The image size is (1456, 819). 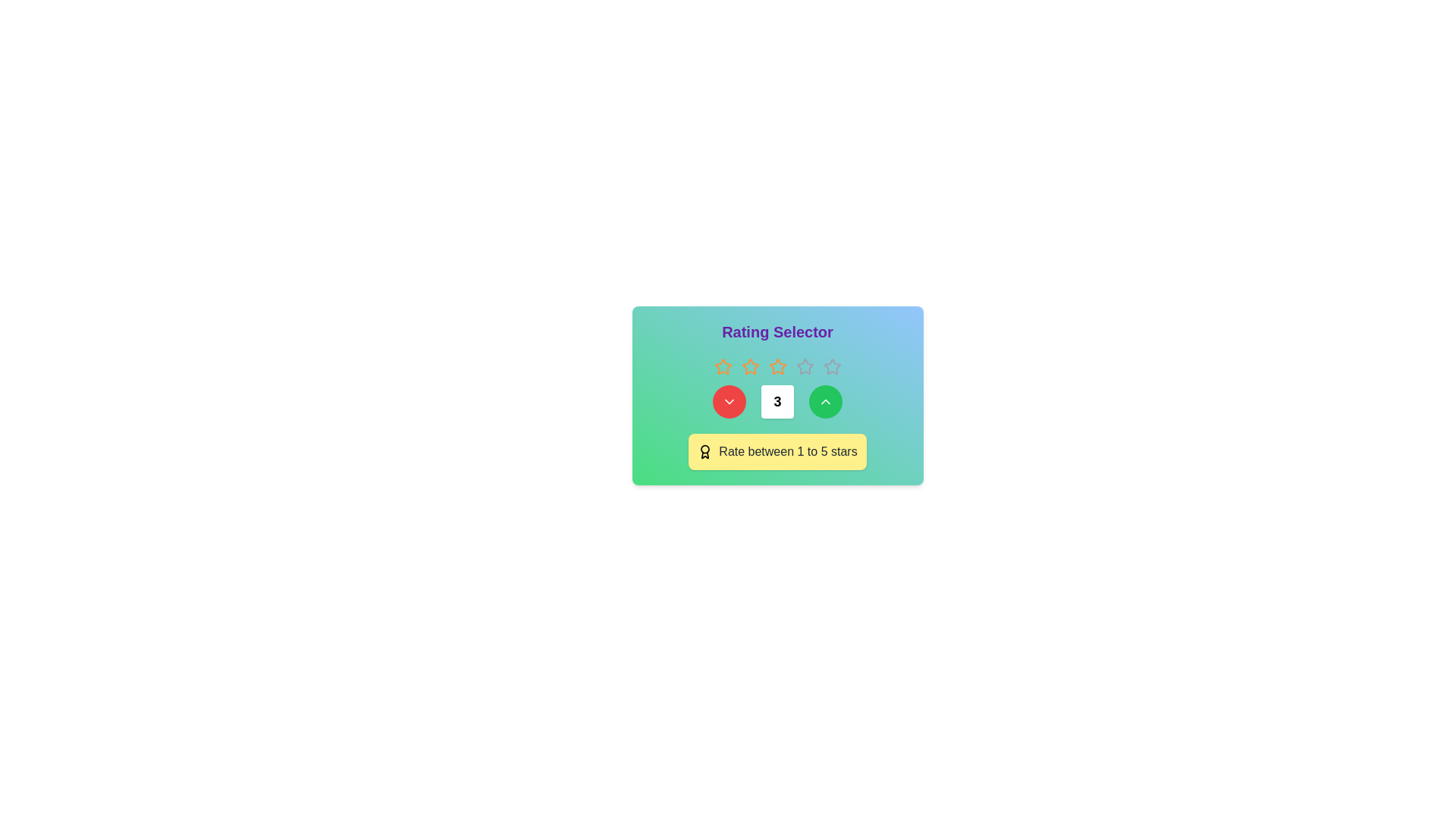 I want to click on the third star icon from the left in the horizontal row of star icons located at the center top of the card layout, so click(x=750, y=366).